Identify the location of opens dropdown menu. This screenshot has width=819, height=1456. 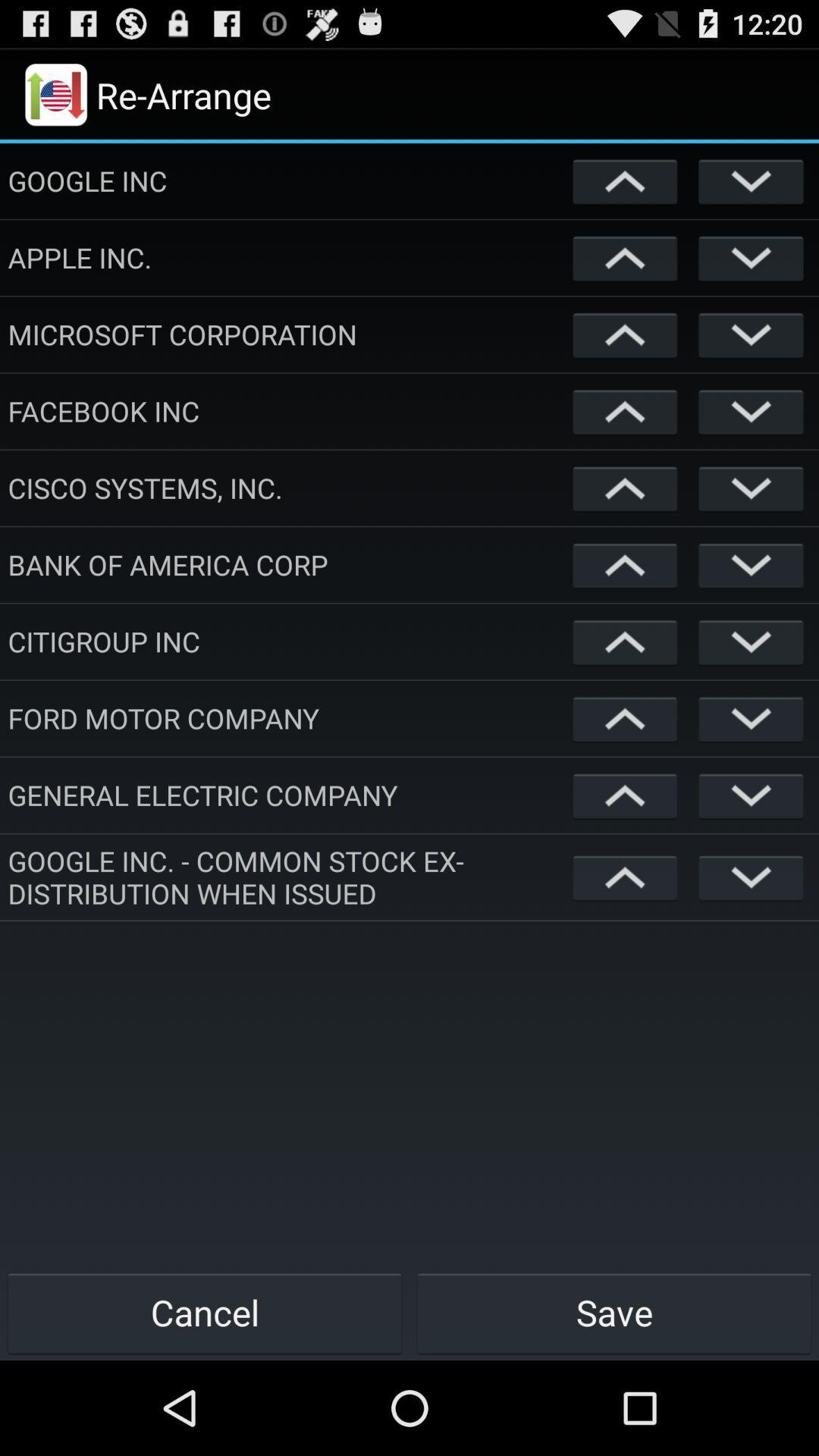
(751, 877).